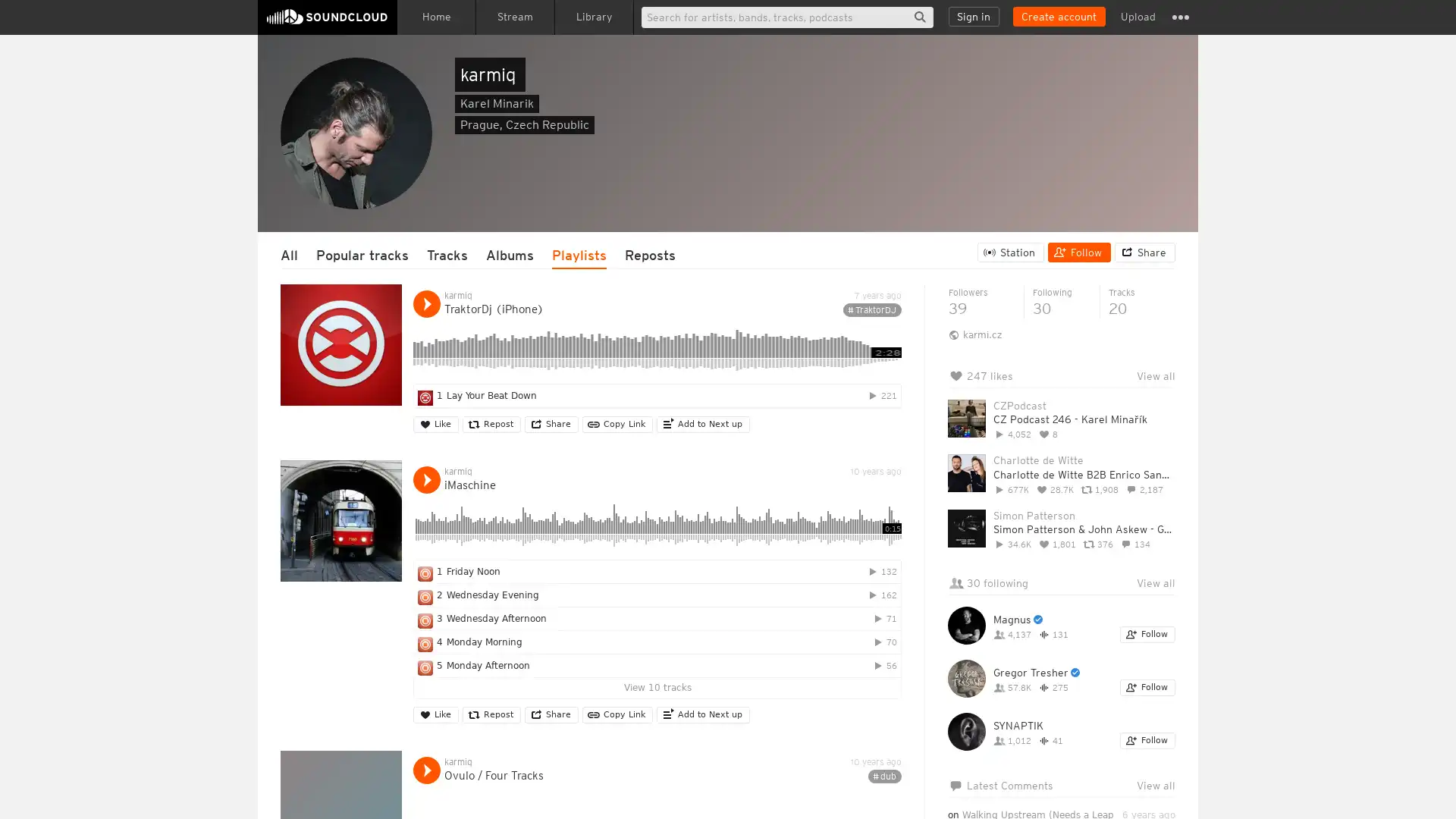  I want to click on Search, so click(919, 17).